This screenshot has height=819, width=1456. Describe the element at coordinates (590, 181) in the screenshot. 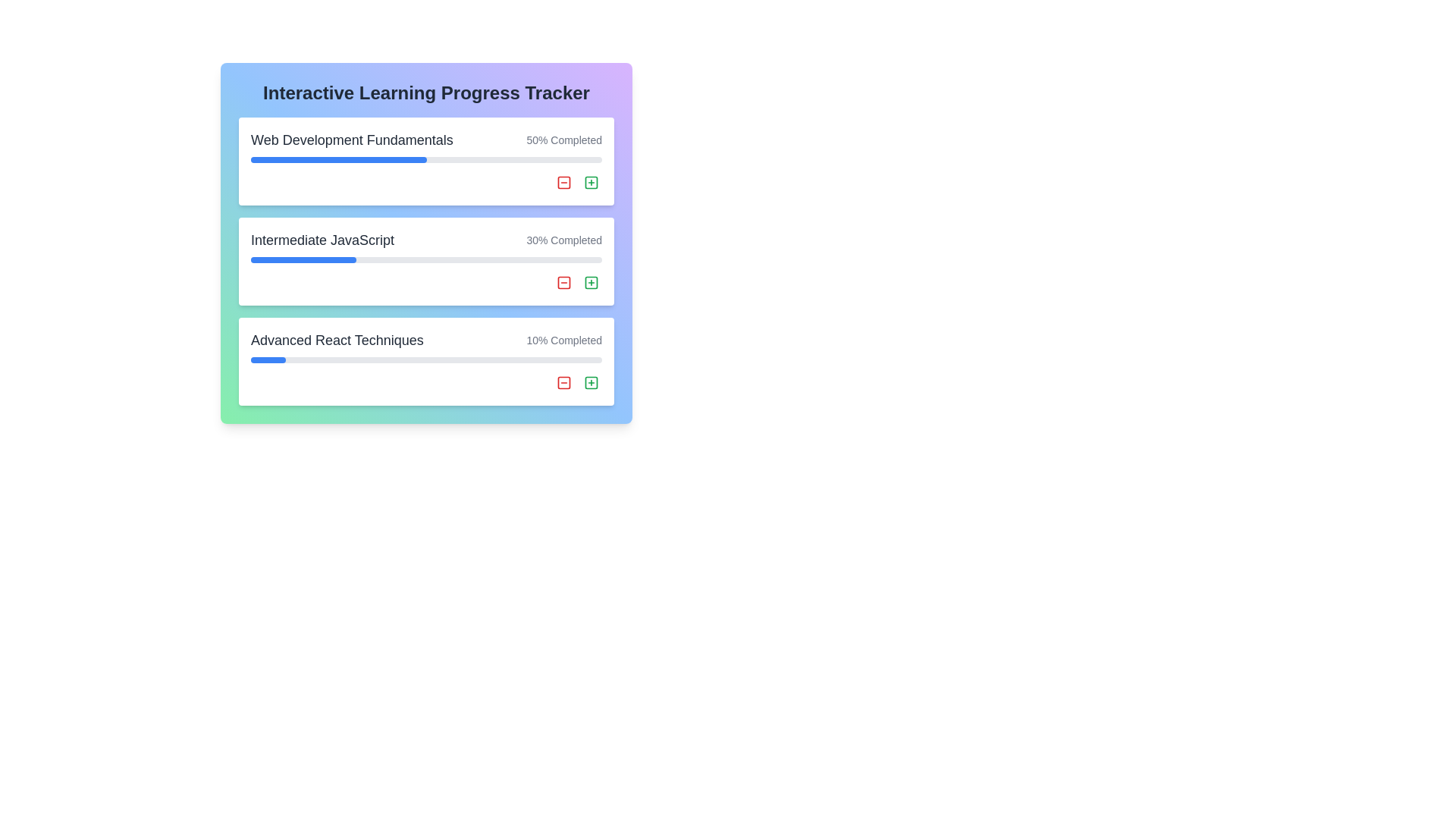

I see `the small square with rounded corners located within the green-bordered button with a plus icon in the 'Intermediate JavaScript' progress tracker row` at that location.